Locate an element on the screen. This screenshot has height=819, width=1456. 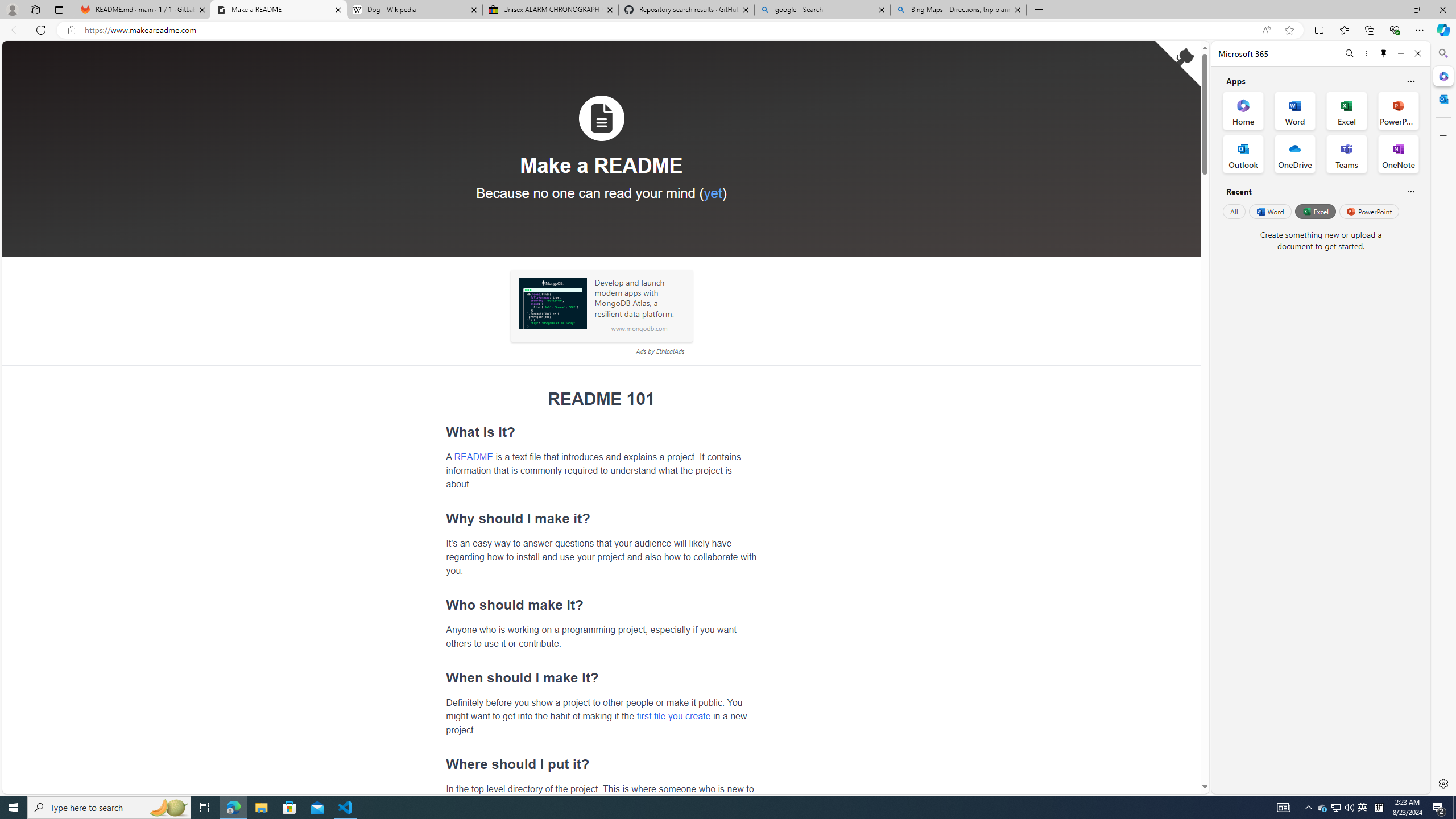
'All' is located at coordinates (1233, 211).